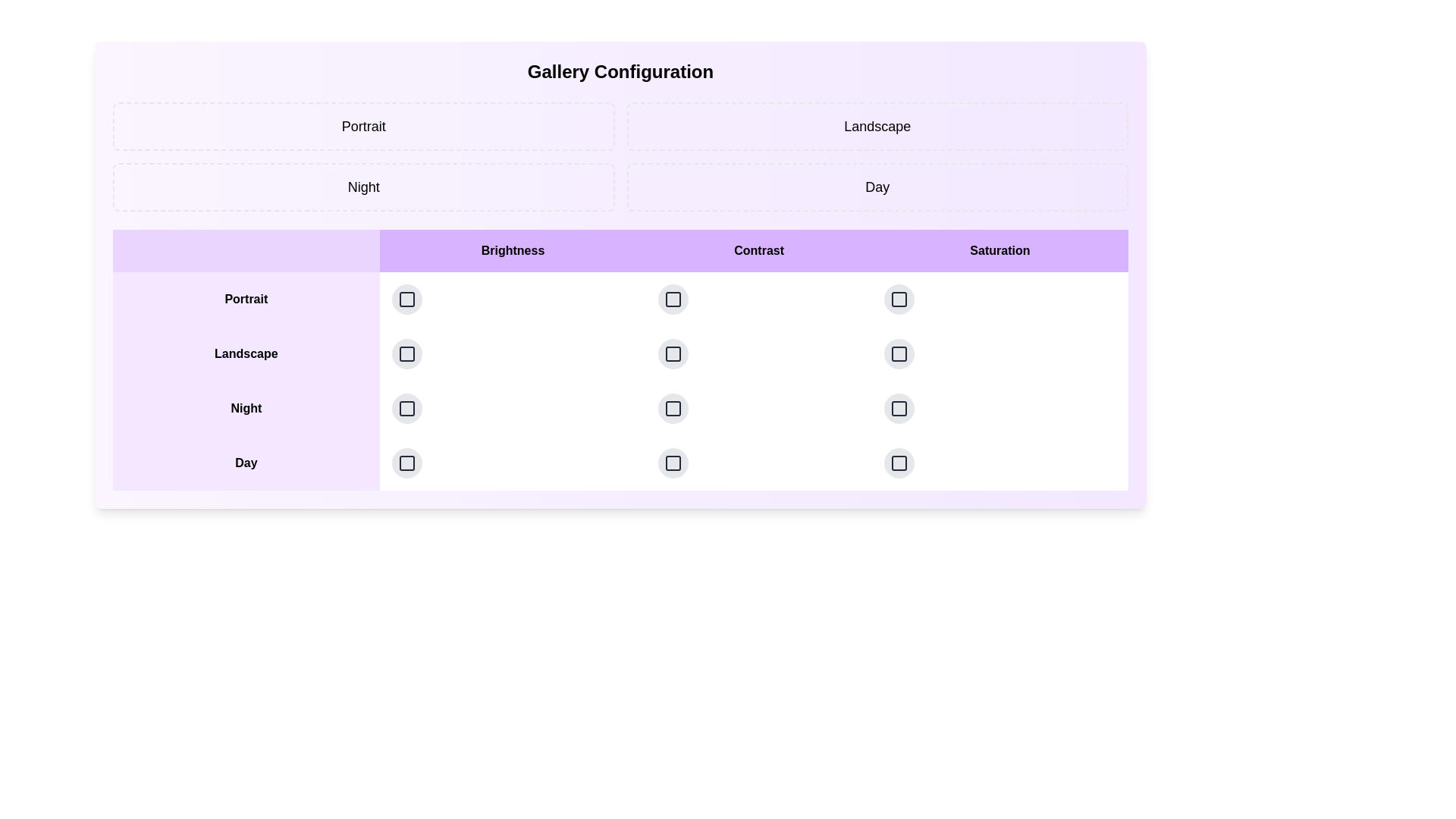 Image resolution: width=1456 pixels, height=819 pixels. Describe the element at coordinates (759, 250) in the screenshot. I see `the 'Contrast' text label, which is the second item in the top row of the tabular layout under 'Gallery Configuration'` at that location.